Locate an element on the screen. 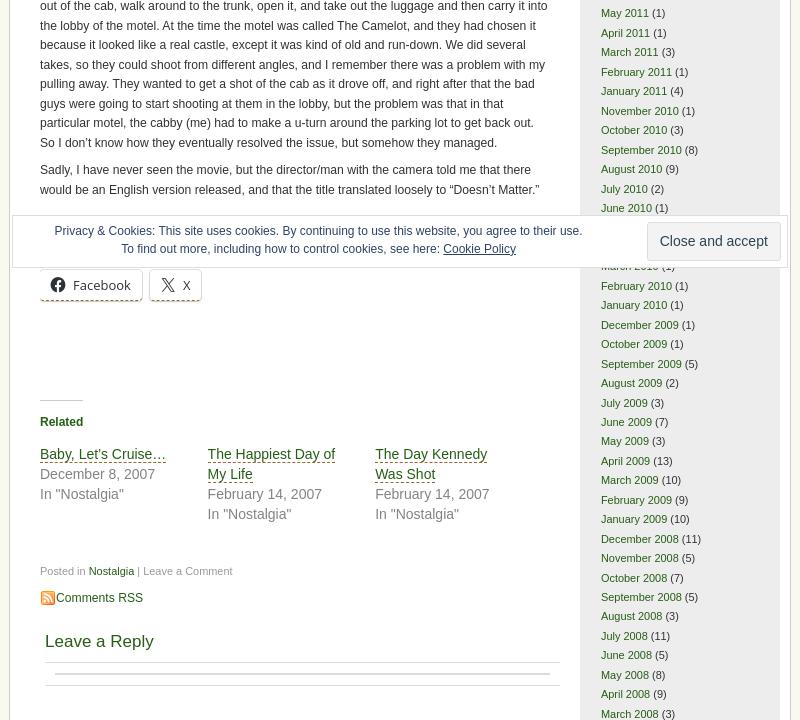  'August 2010' is located at coordinates (600, 167).